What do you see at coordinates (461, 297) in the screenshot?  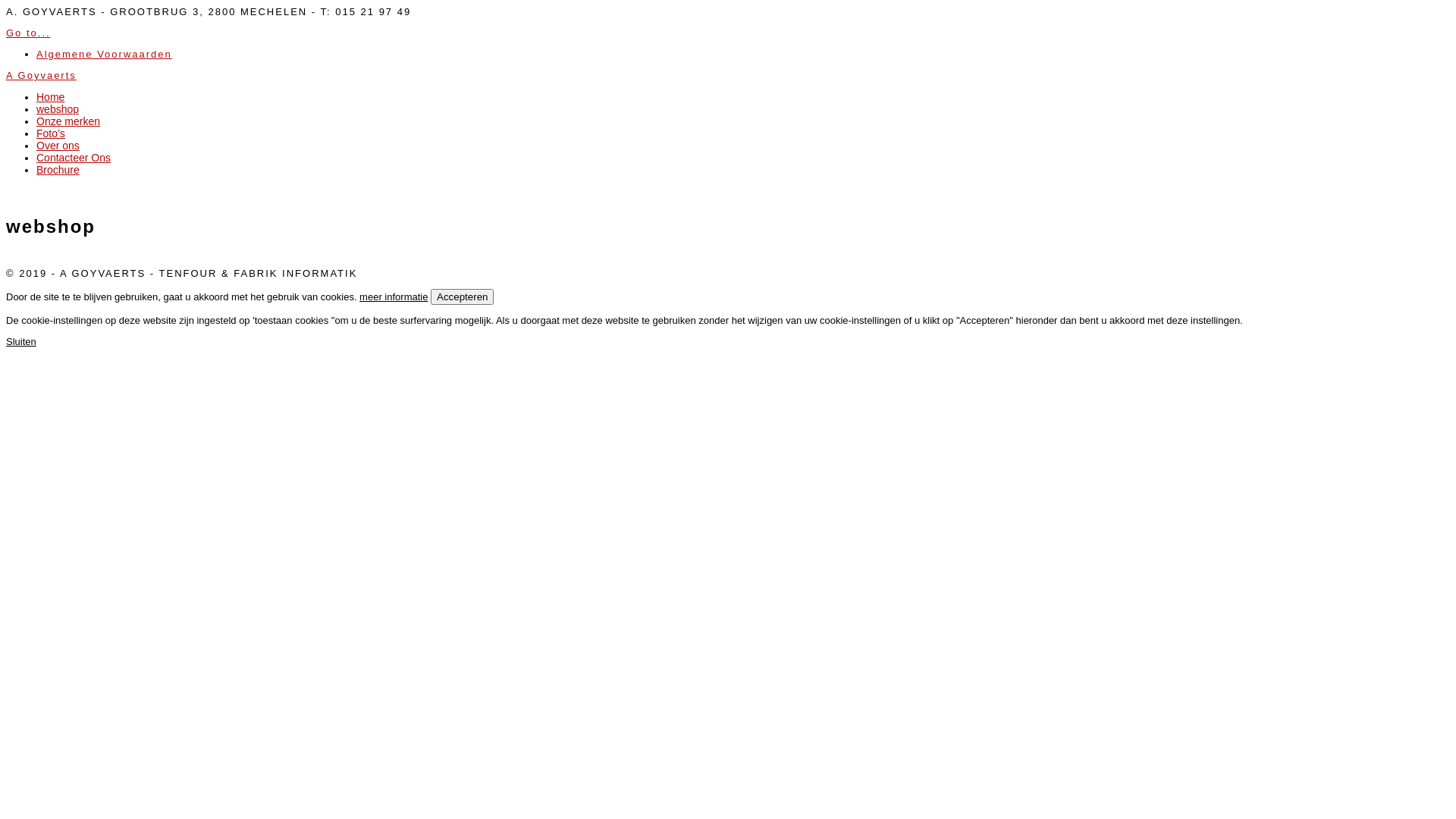 I see `'Accepteren'` at bounding box center [461, 297].